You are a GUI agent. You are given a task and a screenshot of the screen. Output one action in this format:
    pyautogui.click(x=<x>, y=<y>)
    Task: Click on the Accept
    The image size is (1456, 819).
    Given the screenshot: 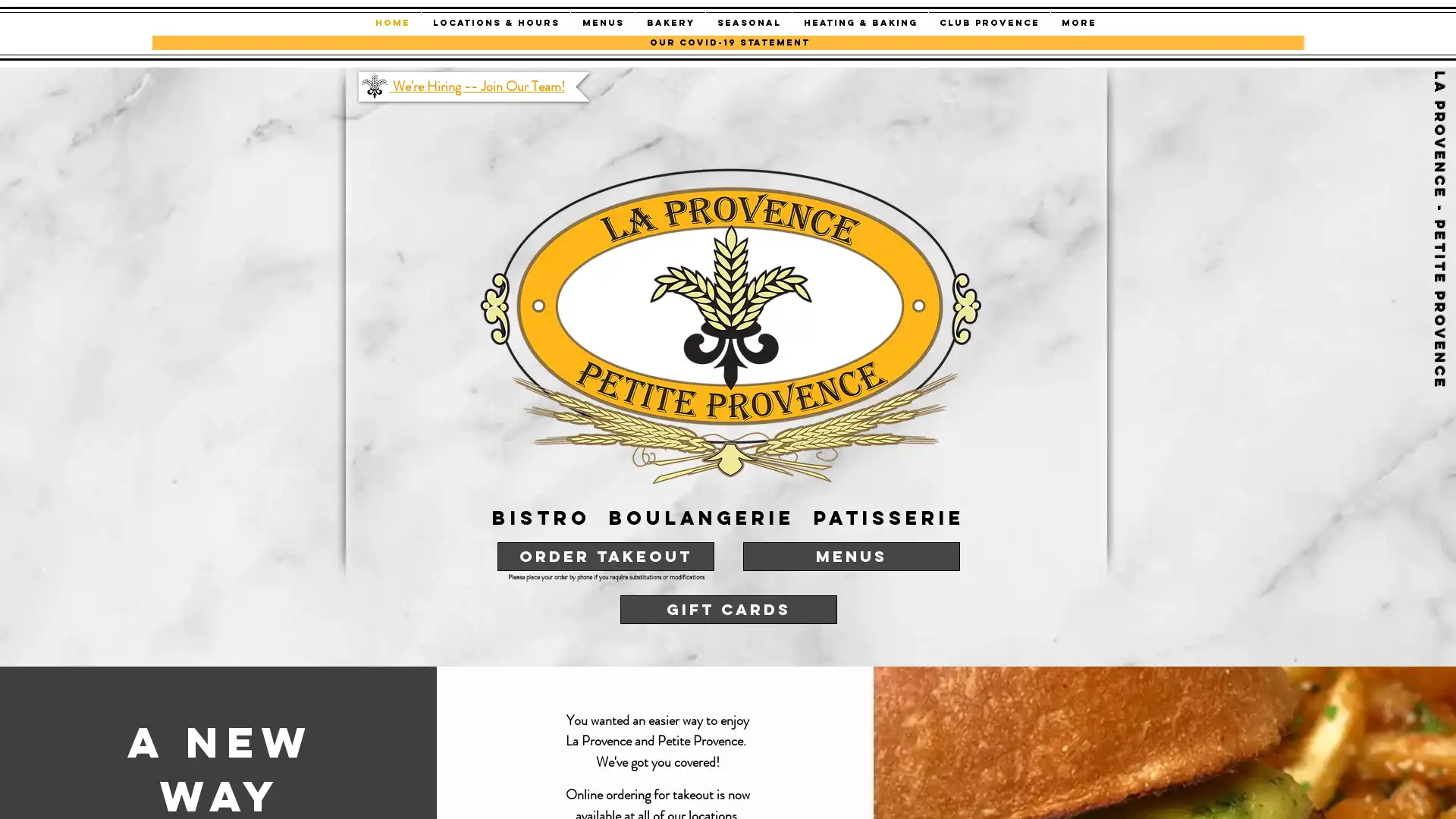 What is the action you would take?
    pyautogui.click(x=1388, y=792)
    